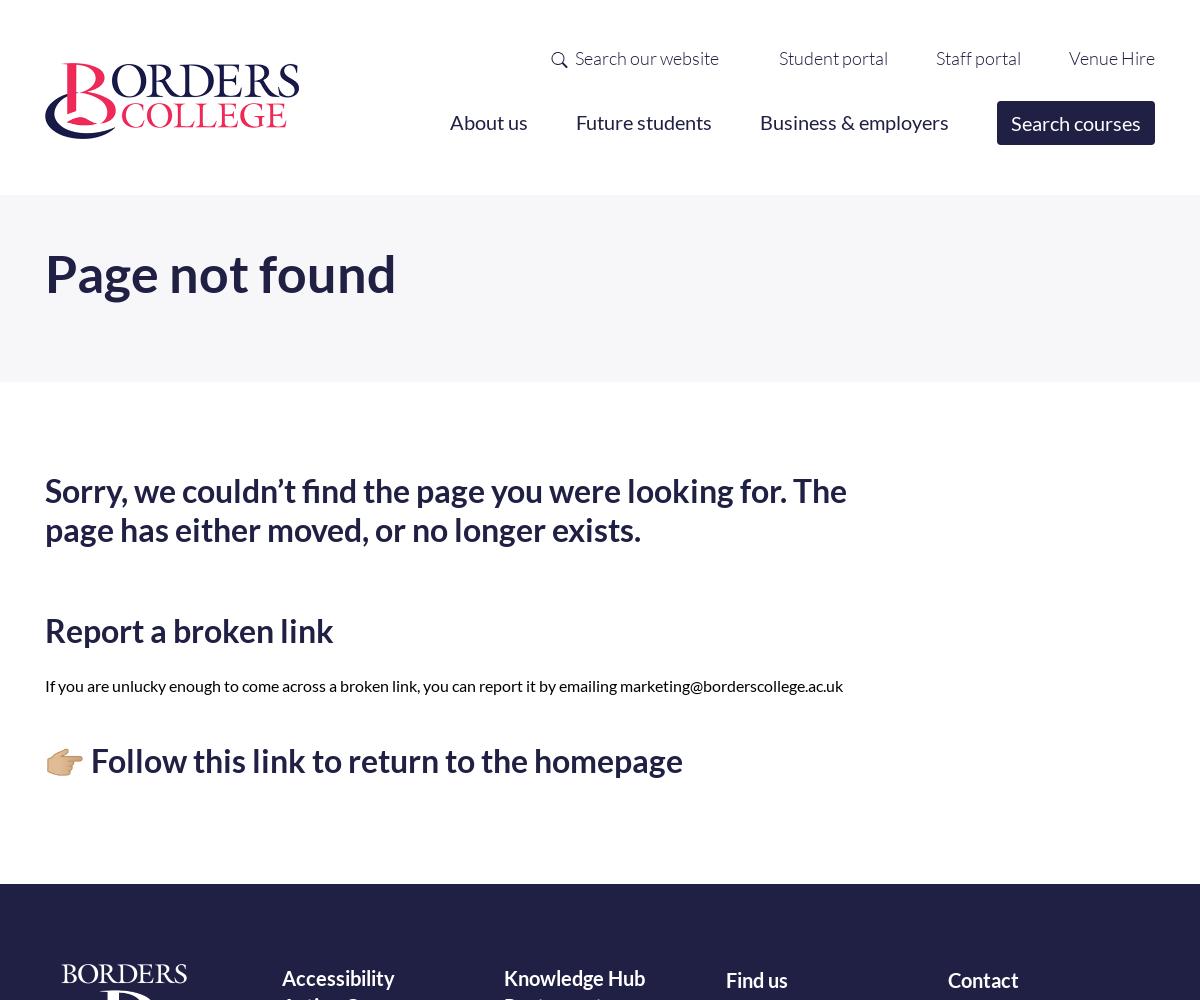 This screenshot has width=1200, height=1000. I want to click on 'Student portal', so click(832, 57).